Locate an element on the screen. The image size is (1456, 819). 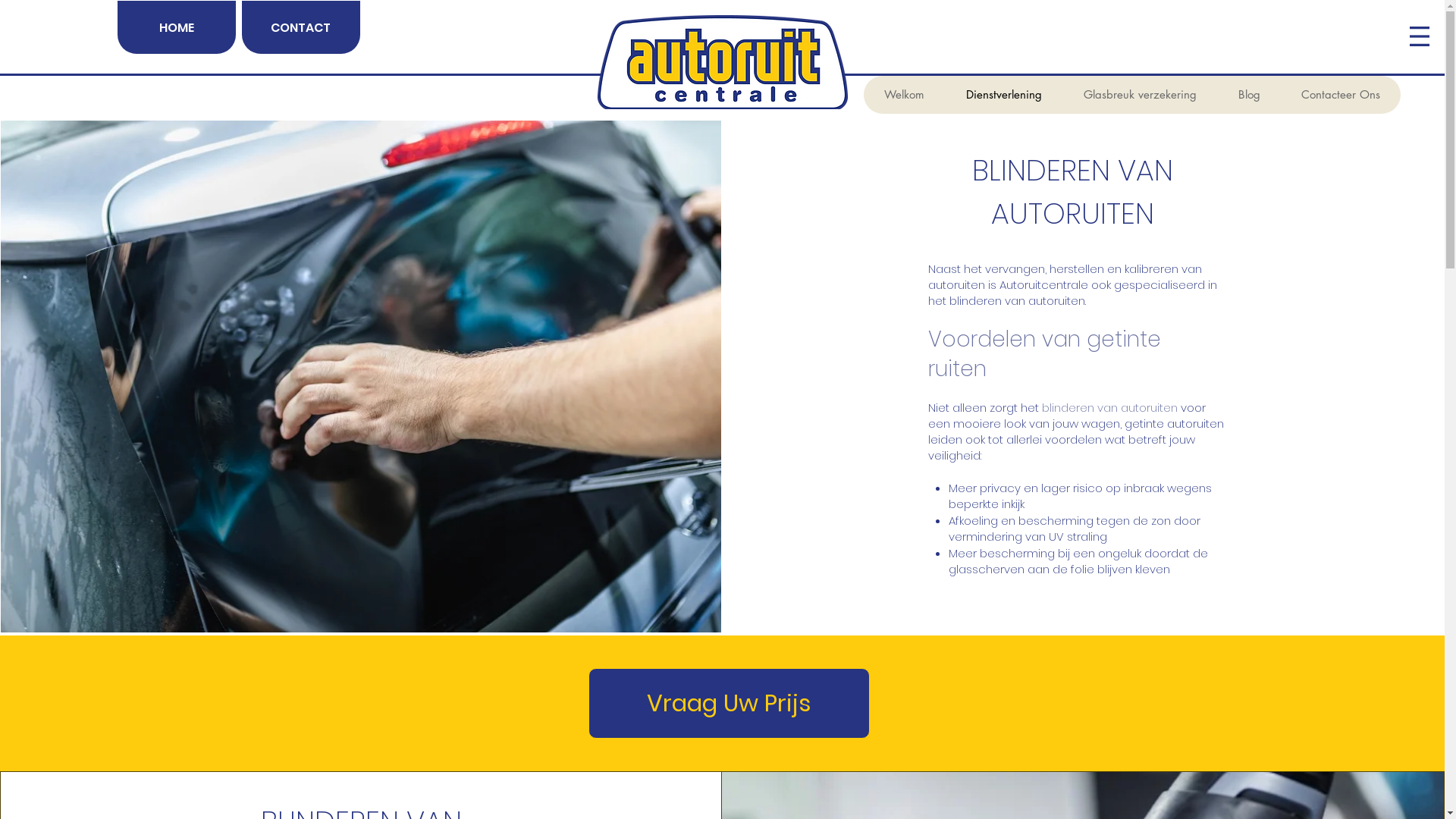
'Glasbreuk verzekering' is located at coordinates (1139, 94).